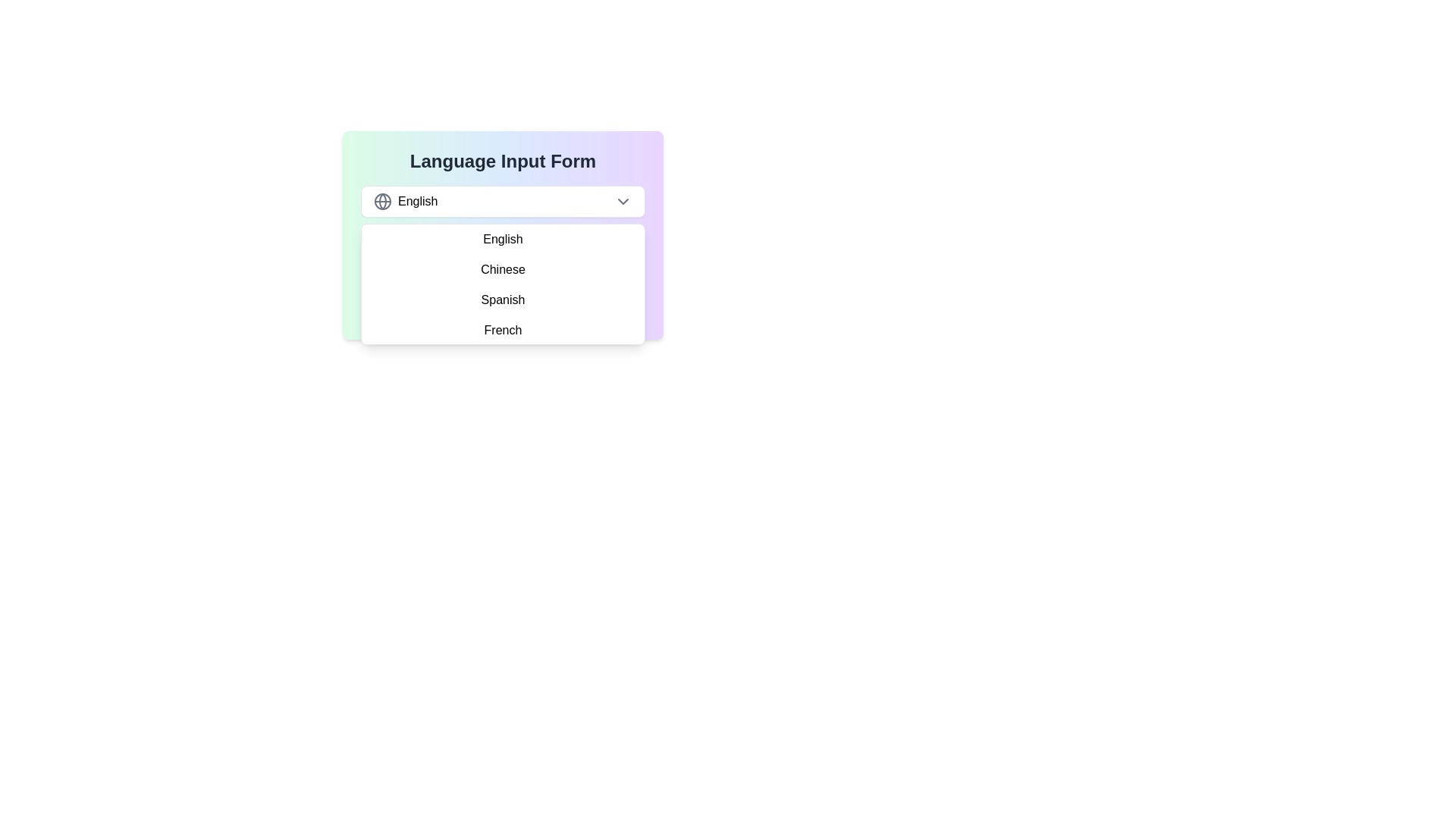 This screenshot has width=1456, height=819. I want to click on the list item displaying the text 'Chinese' in black font within the dropdown menu, so click(503, 268).